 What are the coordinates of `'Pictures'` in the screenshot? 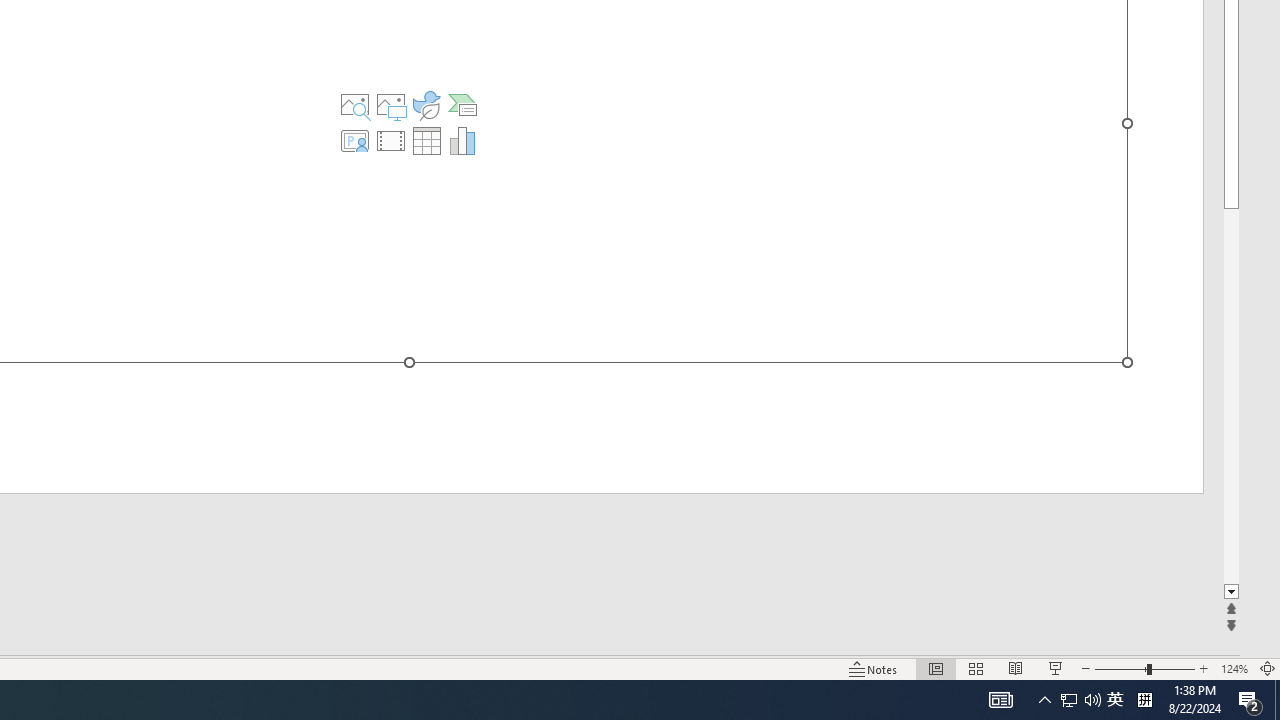 It's located at (391, 105).